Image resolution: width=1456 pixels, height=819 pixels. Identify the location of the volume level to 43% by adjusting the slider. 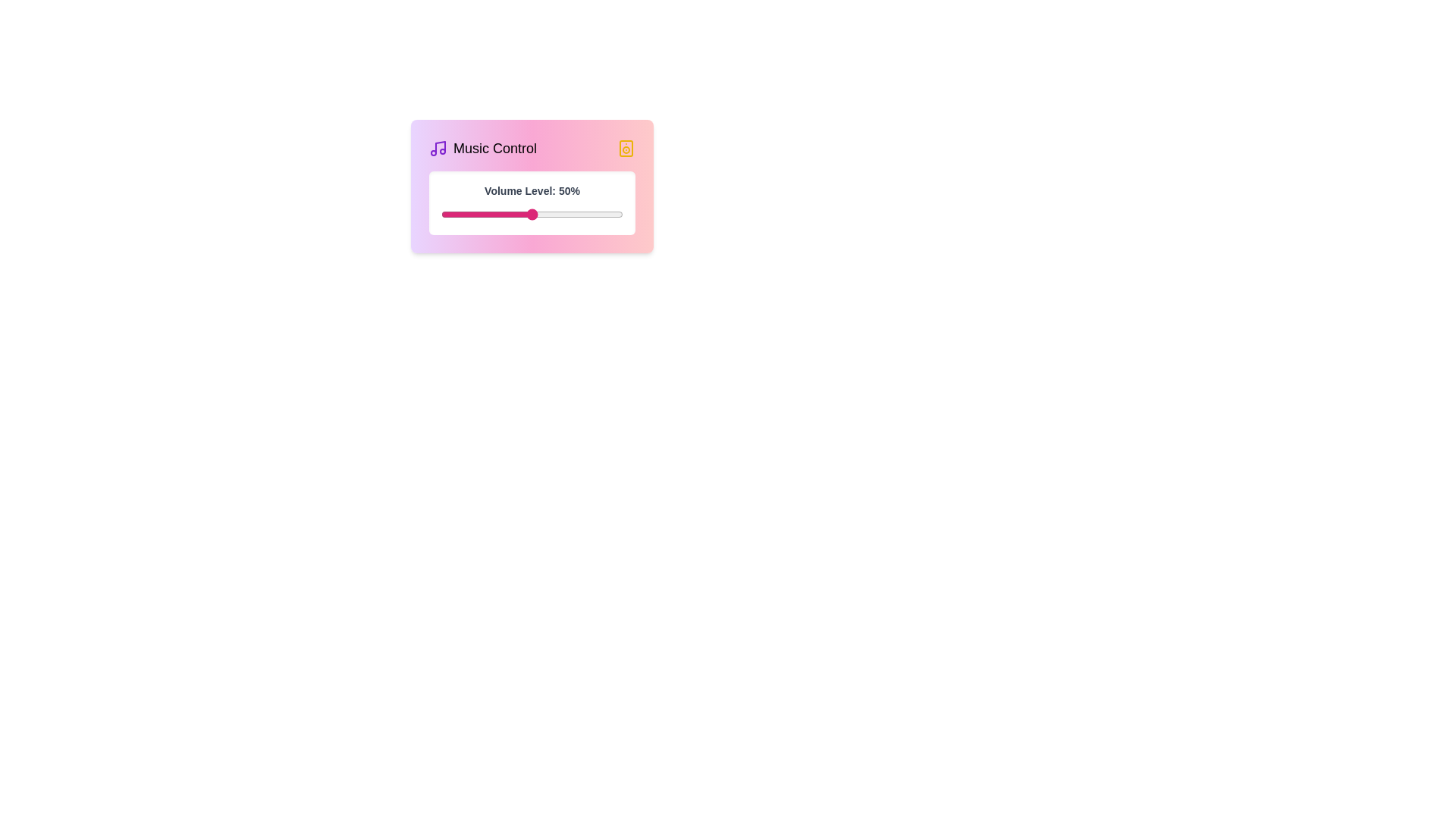
(519, 214).